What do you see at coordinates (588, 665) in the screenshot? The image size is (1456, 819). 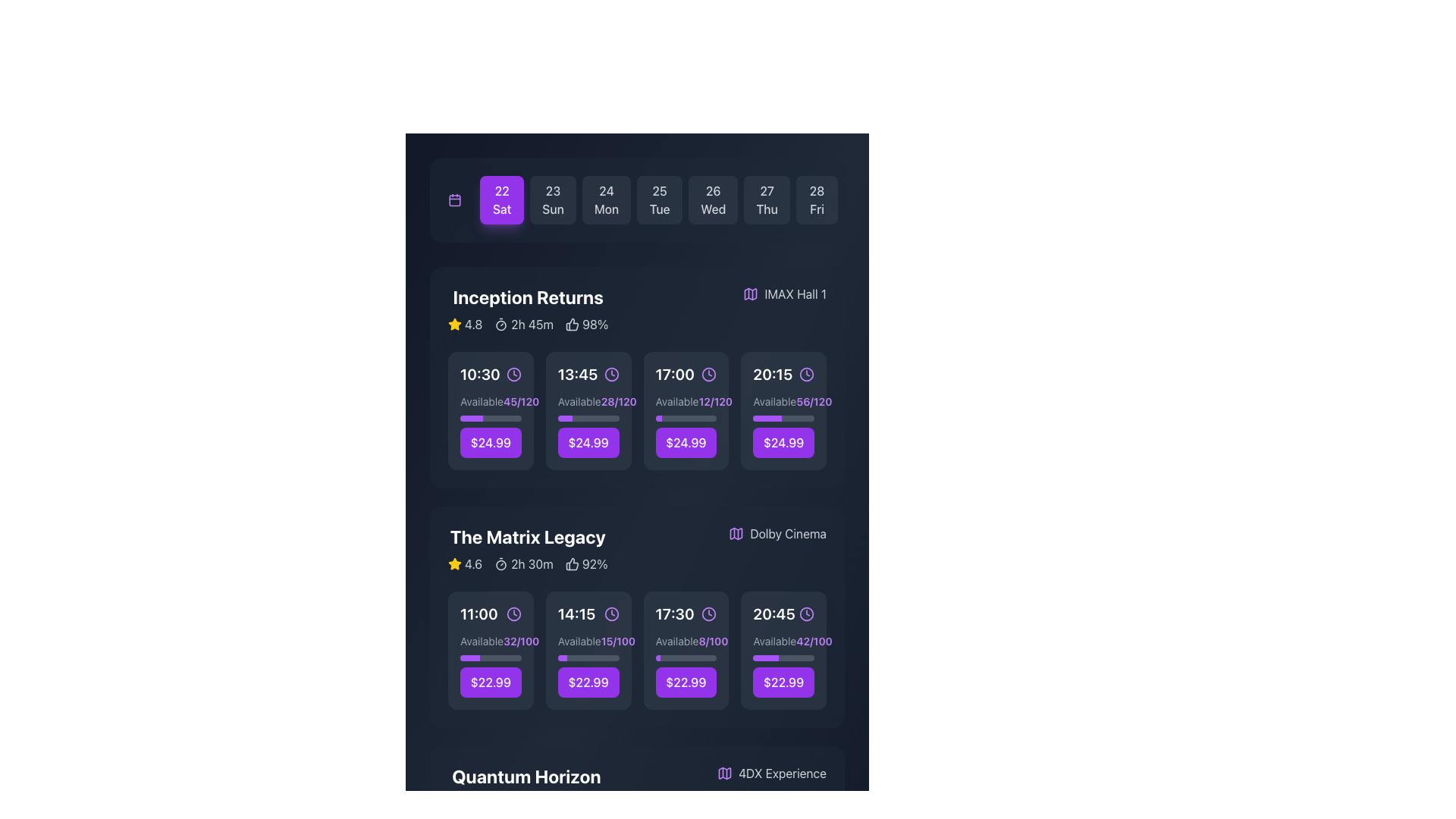 I see `the price area in the second row of movie session options for 'The Matrix Legacy' to initiate ticket selection` at bounding box center [588, 665].